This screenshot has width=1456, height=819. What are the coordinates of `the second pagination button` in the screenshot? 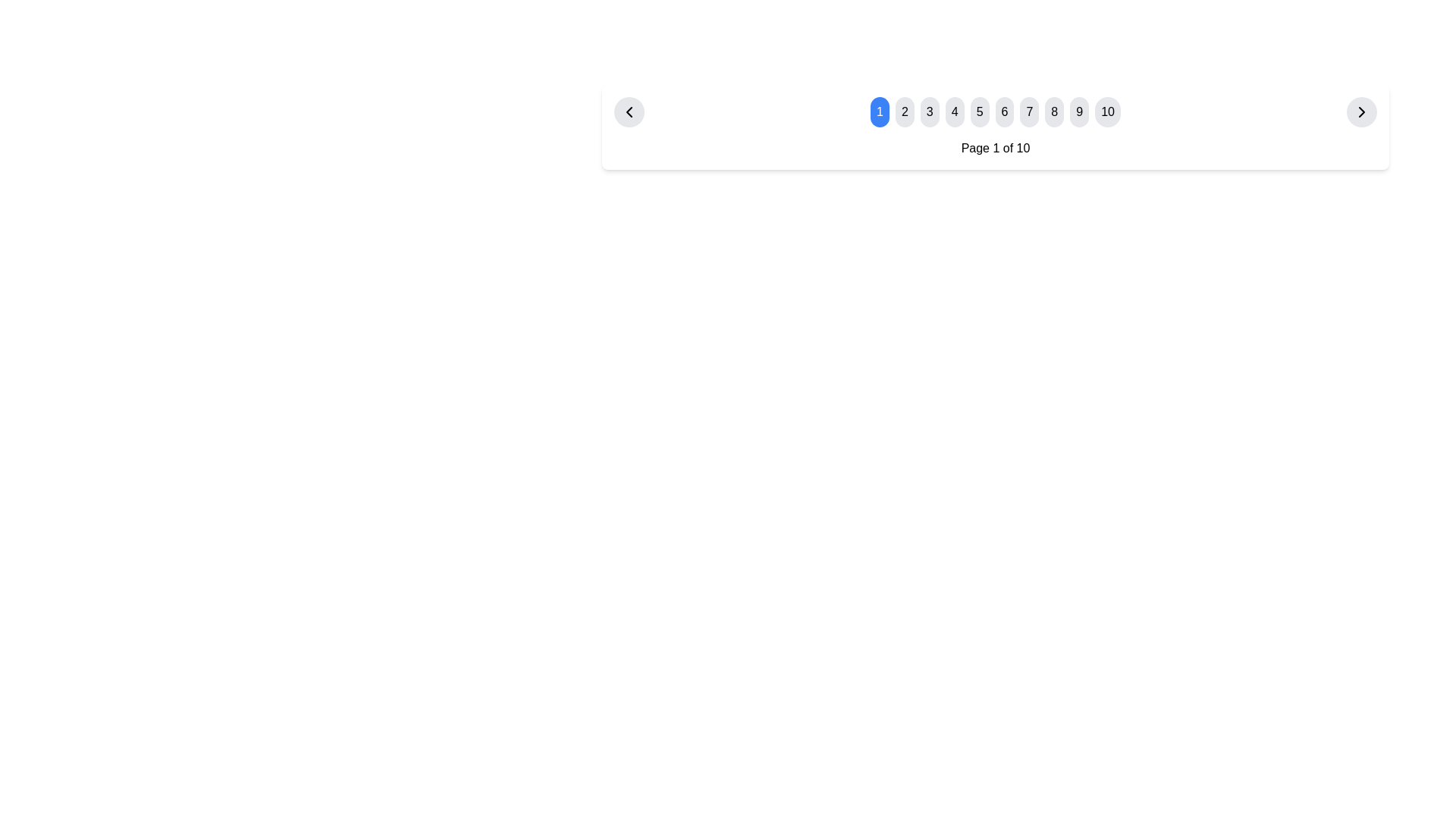 It's located at (905, 111).